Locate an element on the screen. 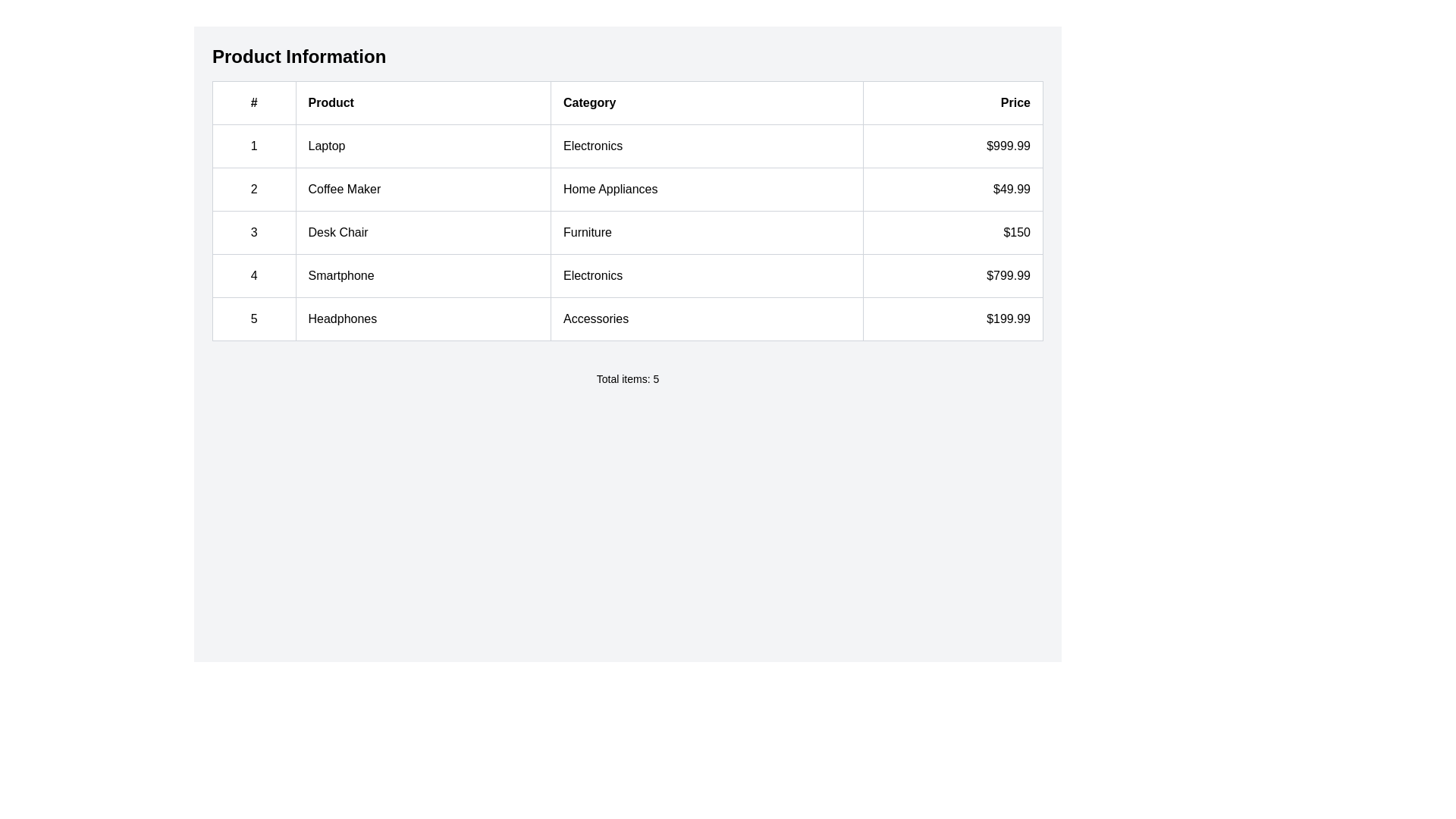  the fourth row in the product data table that displays the product's rank, name, category, and price, located between '3 Desk Chair Furniture $150' and '5 Headphones Accessories $199.99' is located at coordinates (628, 275).